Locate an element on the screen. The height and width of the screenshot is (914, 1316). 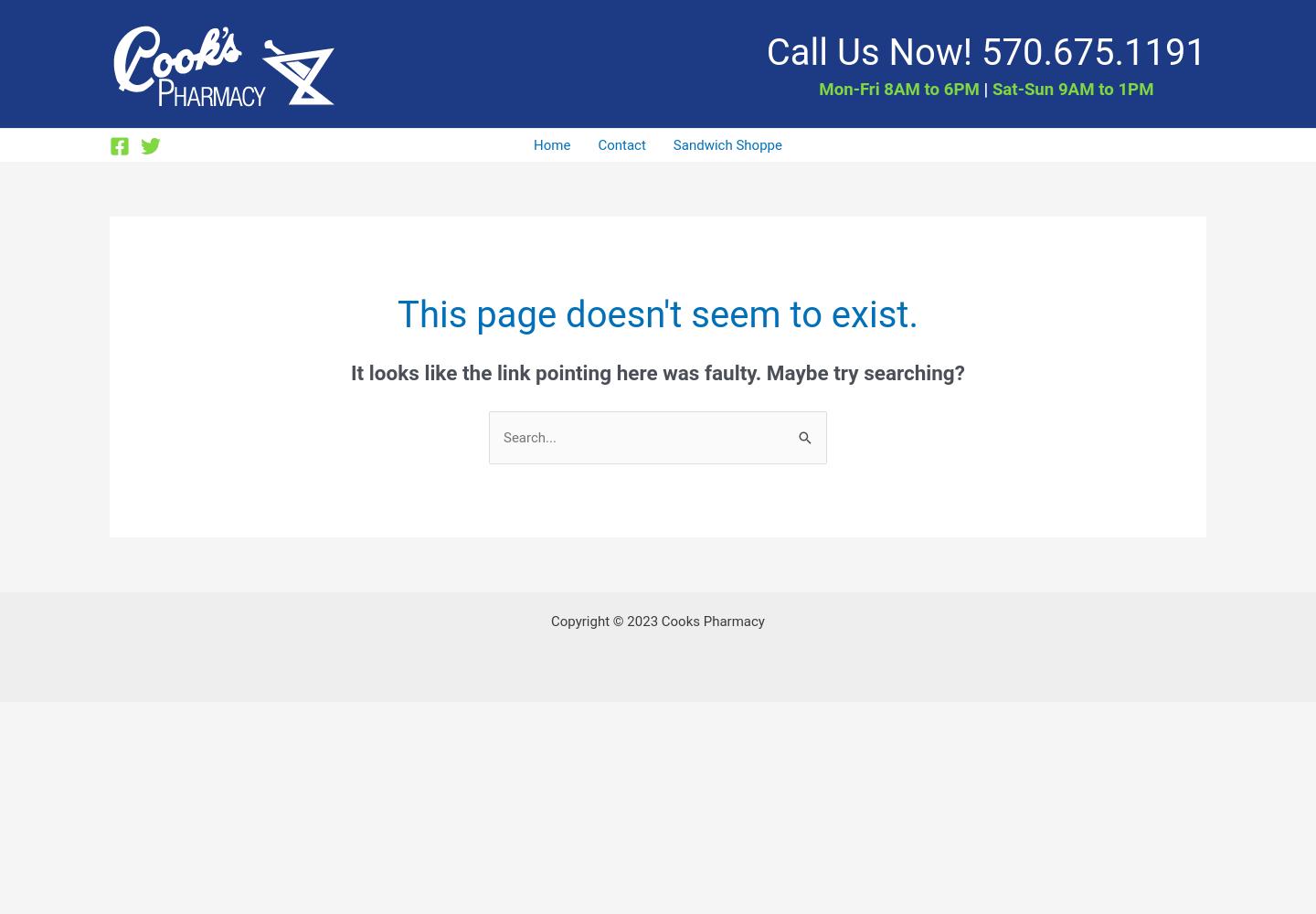
'Home' is located at coordinates (534, 145).